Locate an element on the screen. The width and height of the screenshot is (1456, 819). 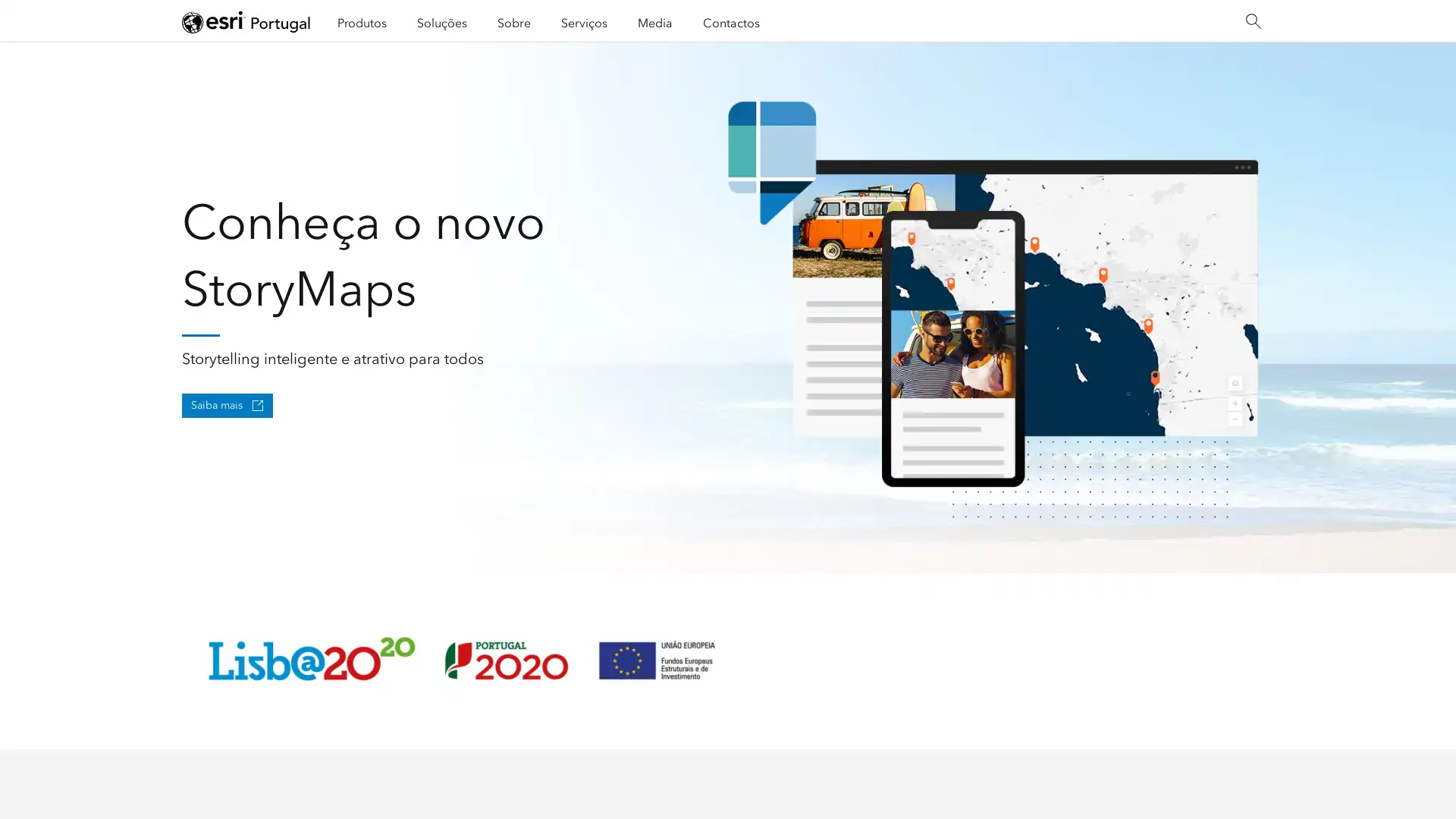
Search is located at coordinates (1253, 20).